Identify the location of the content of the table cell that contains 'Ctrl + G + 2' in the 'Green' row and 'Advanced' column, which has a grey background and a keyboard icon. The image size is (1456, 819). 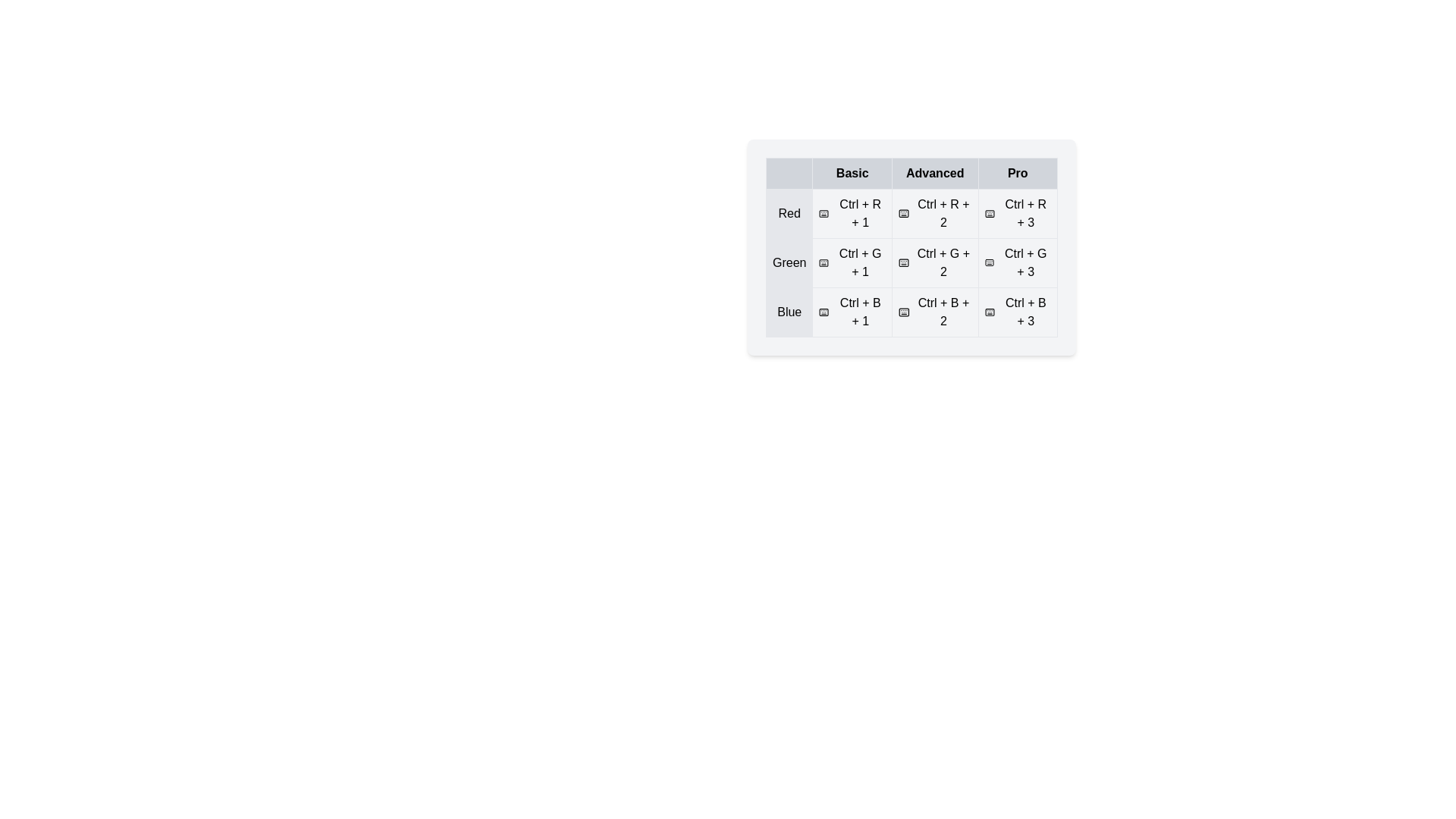
(911, 246).